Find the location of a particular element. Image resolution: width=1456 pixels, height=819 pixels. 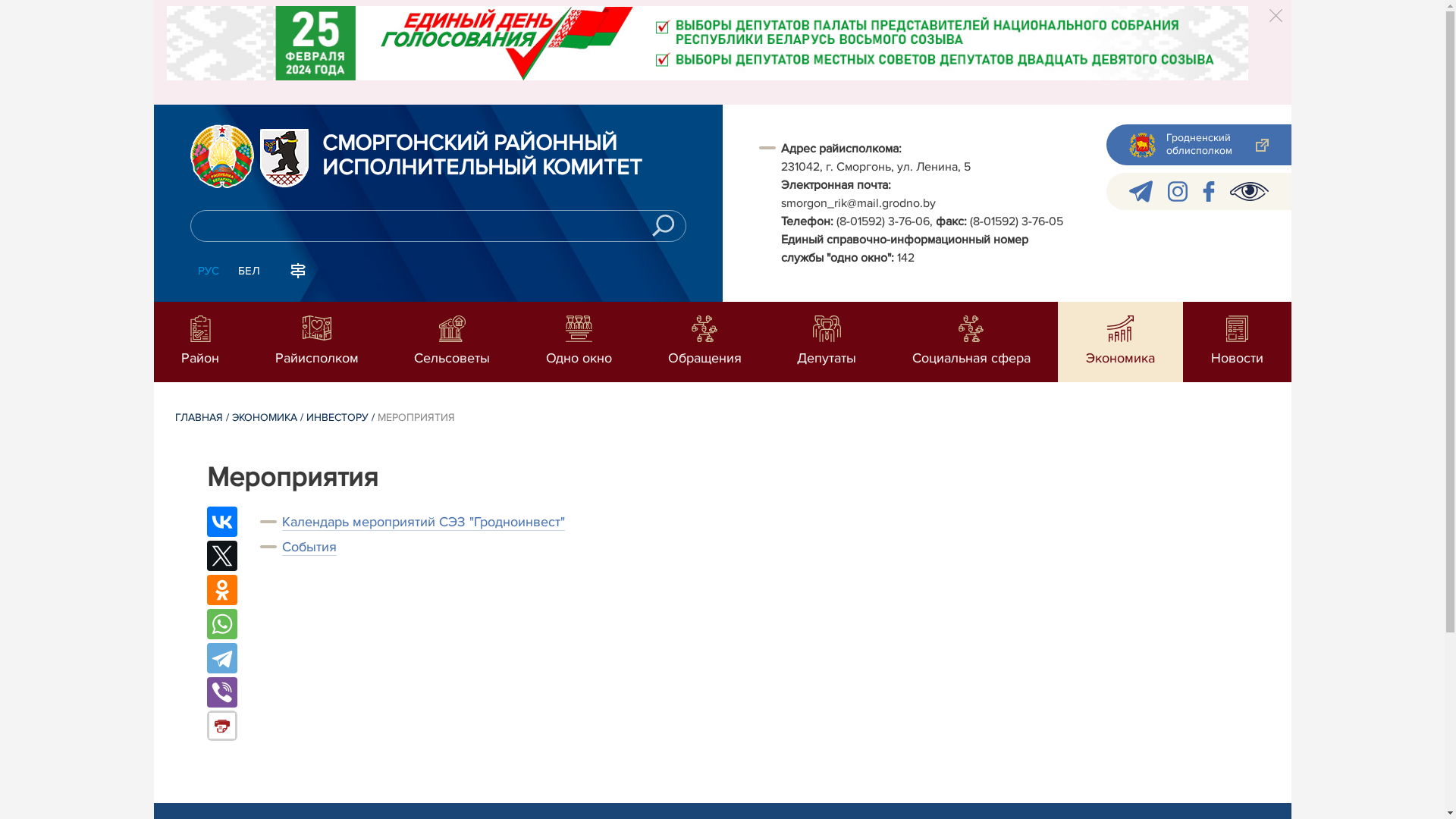

'telegram' is located at coordinates (1140, 190).